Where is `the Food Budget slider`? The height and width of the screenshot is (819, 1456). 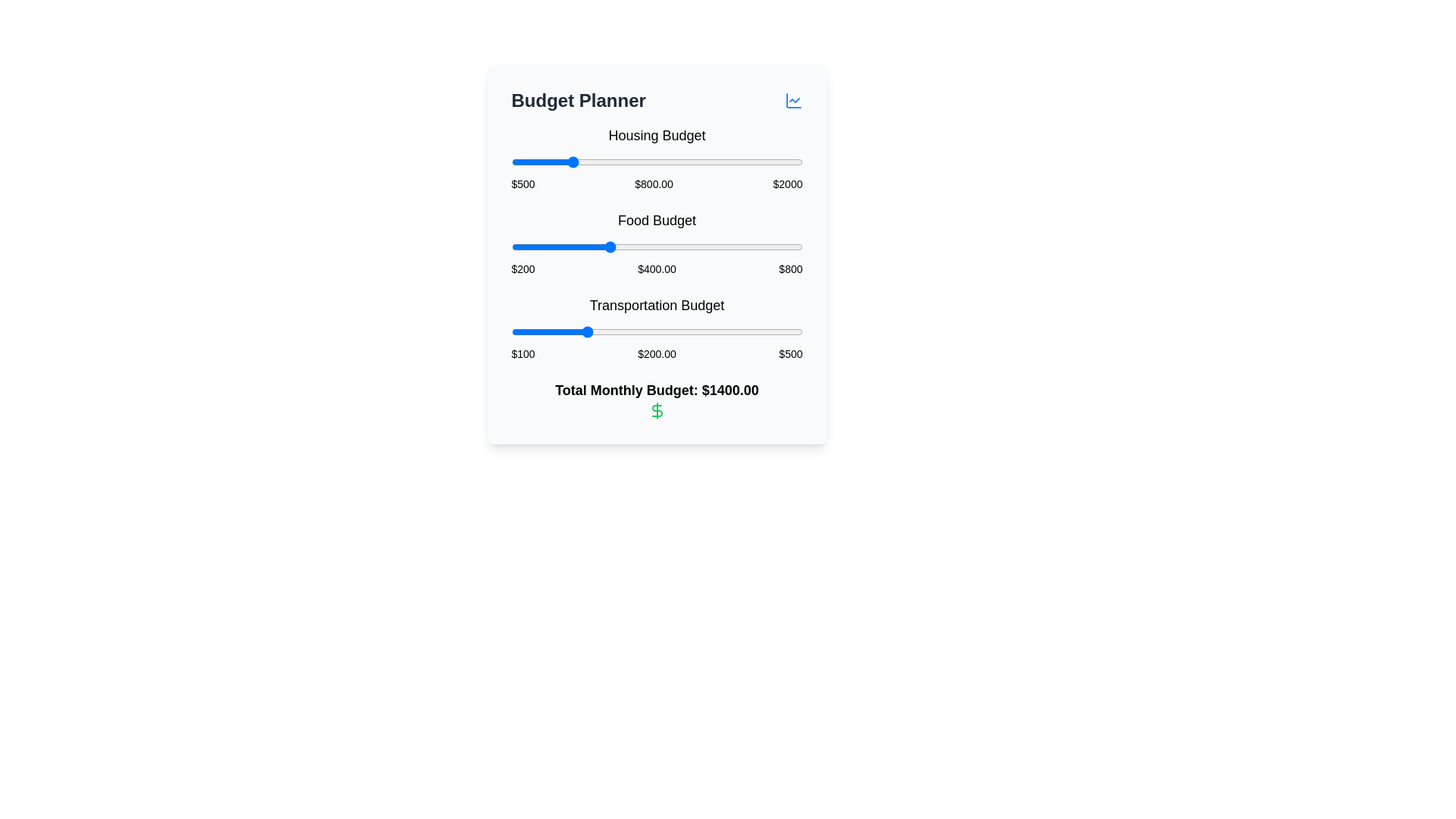 the Food Budget slider is located at coordinates (648, 246).